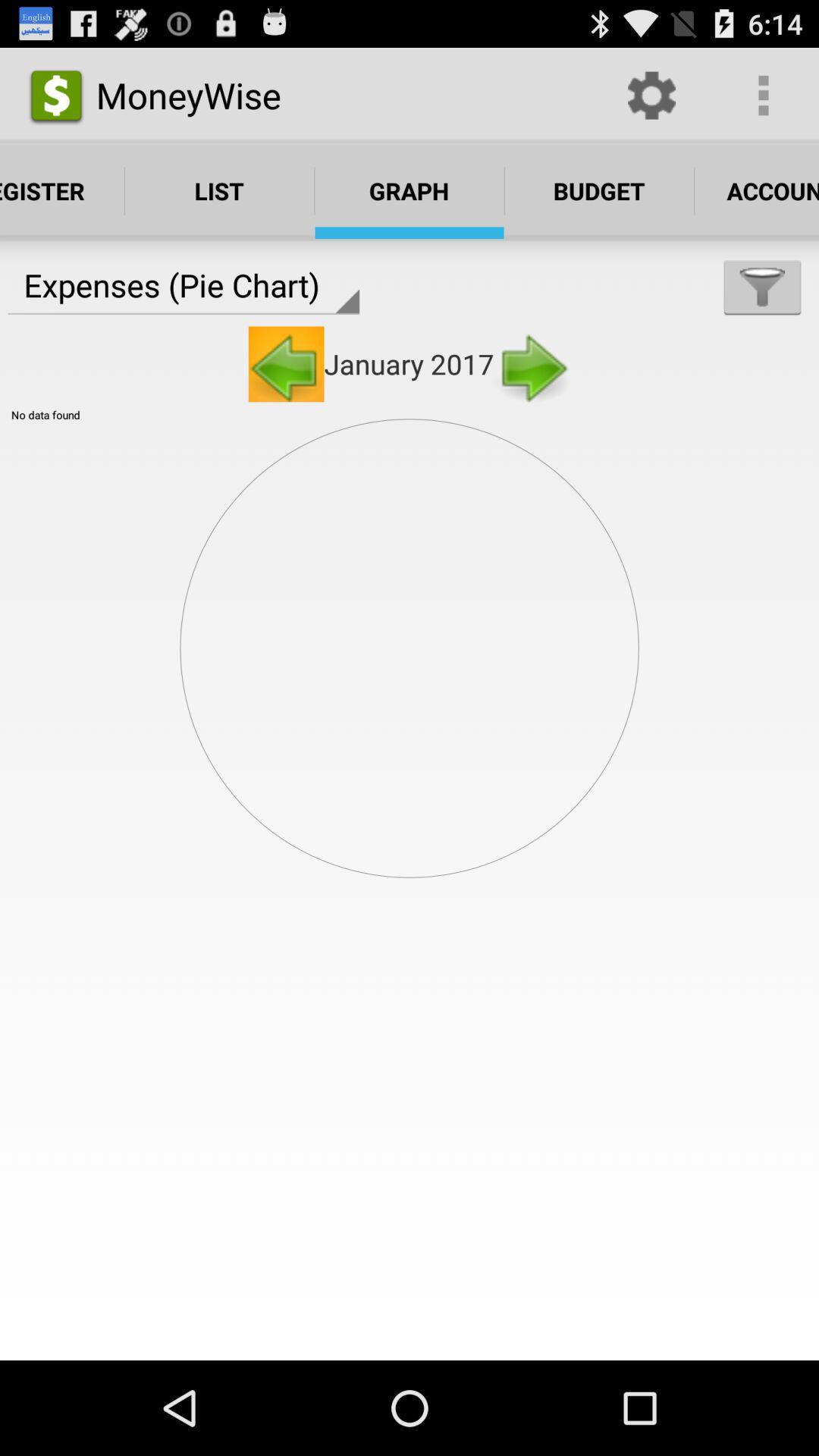 The height and width of the screenshot is (1456, 819). I want to click on tab graph at top, so click(409, 190).